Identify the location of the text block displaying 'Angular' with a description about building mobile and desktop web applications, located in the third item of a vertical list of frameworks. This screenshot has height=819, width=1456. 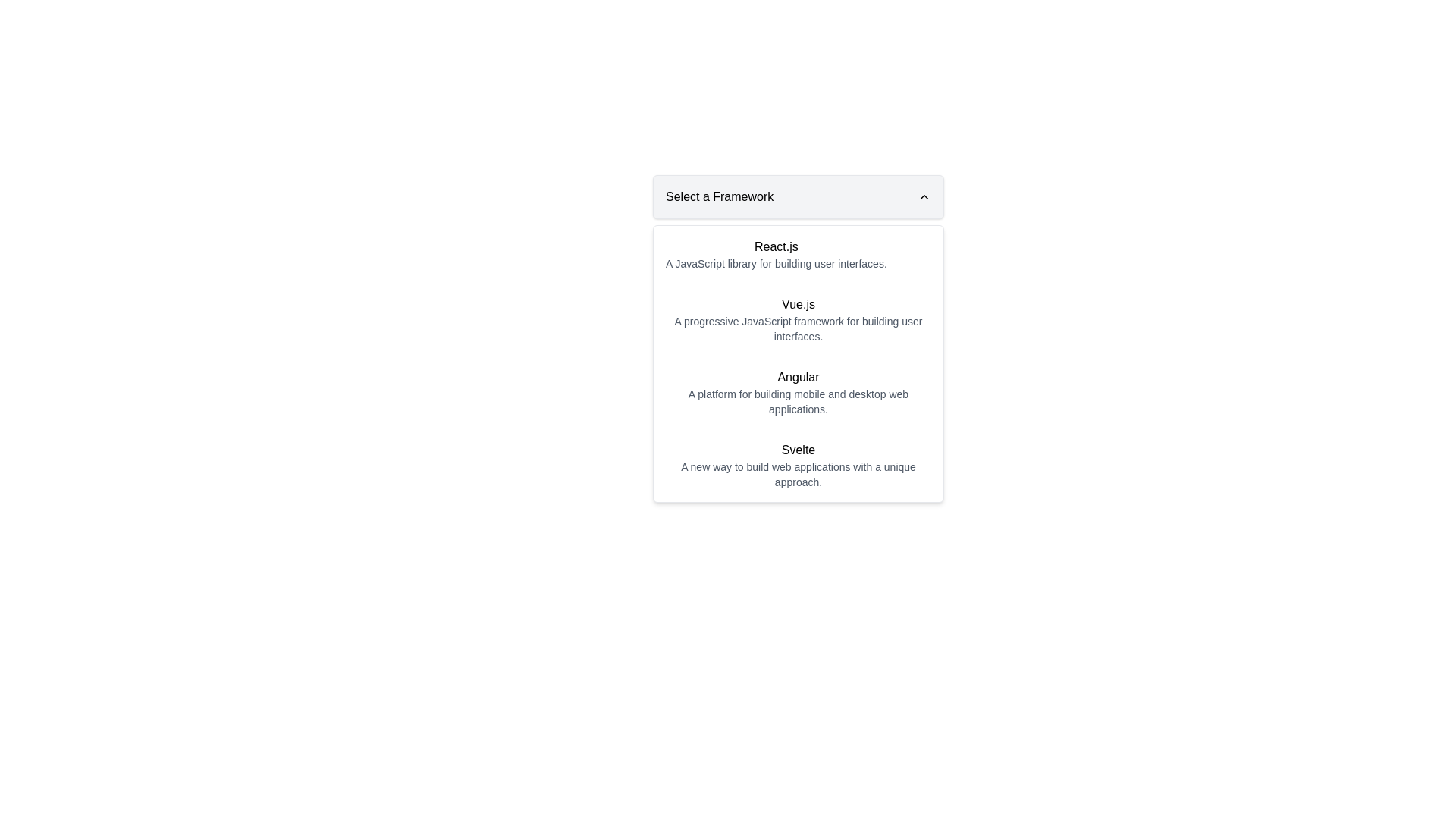
(797, 391).